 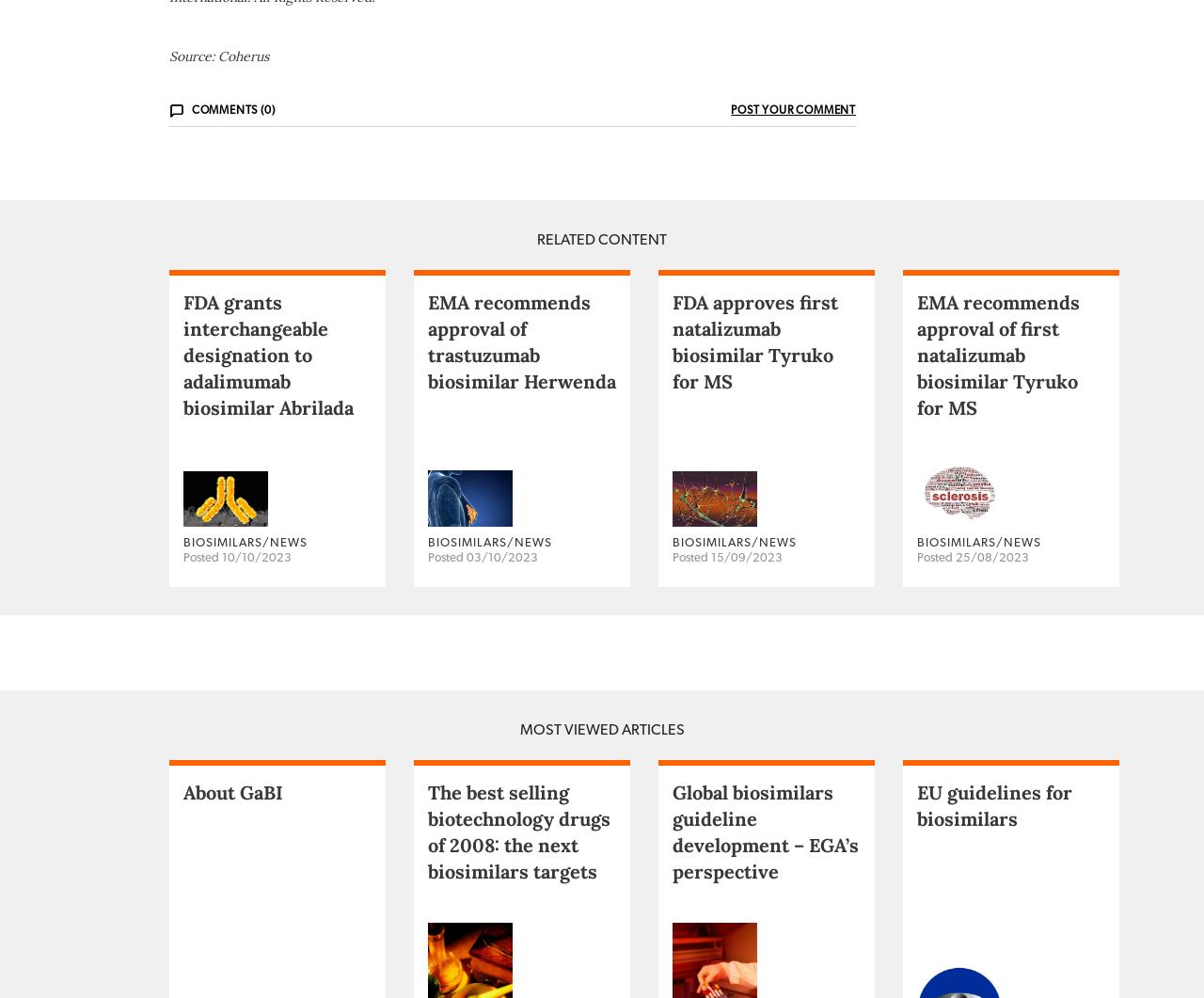 I want to click on 'Source: Coherus', so click(x=218, y=130).